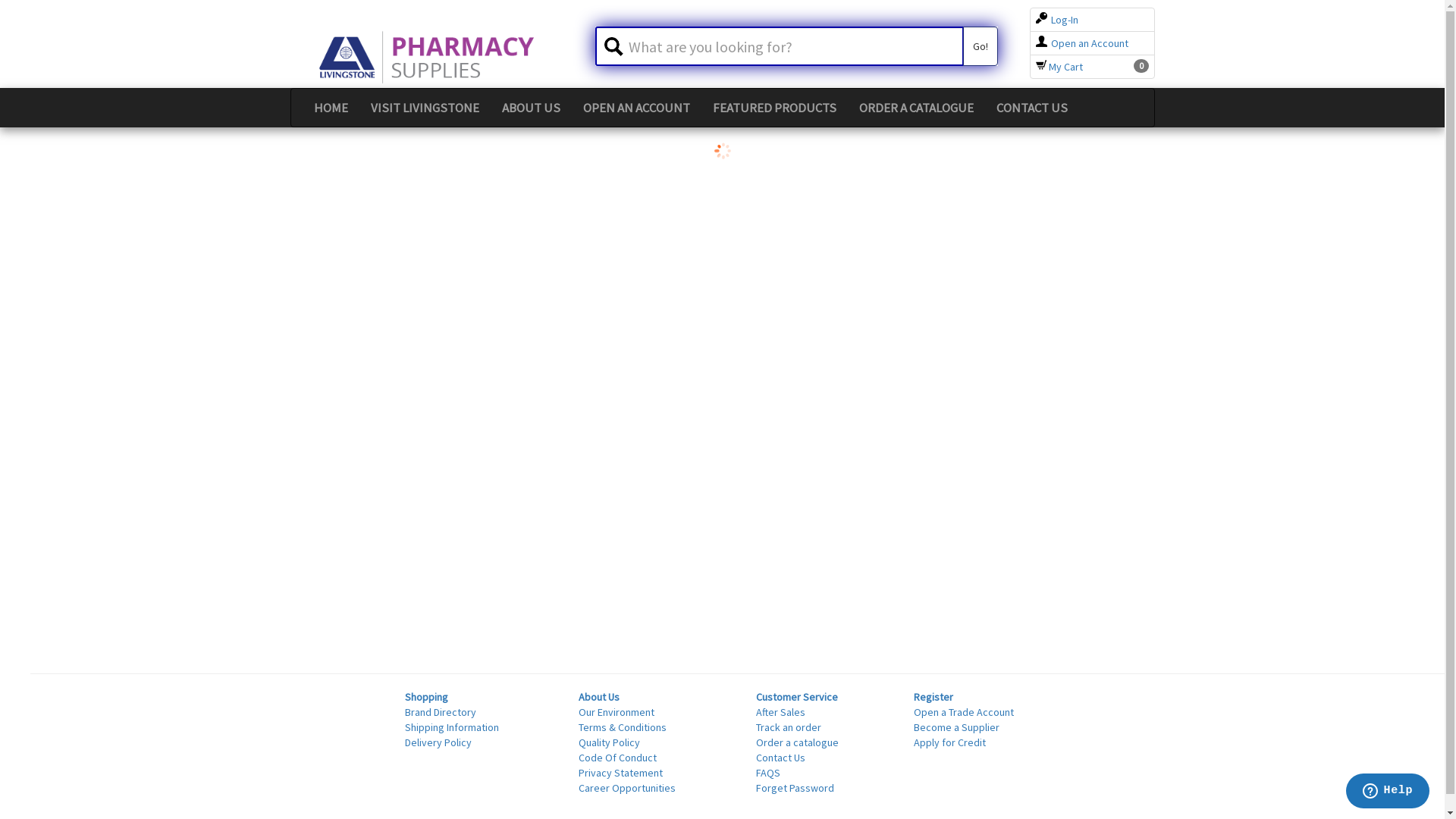 The image size is (1456, 819). Describe the element at coordinates (578, 742) in the screenshot. I see `'Quality Policy'` at that location.